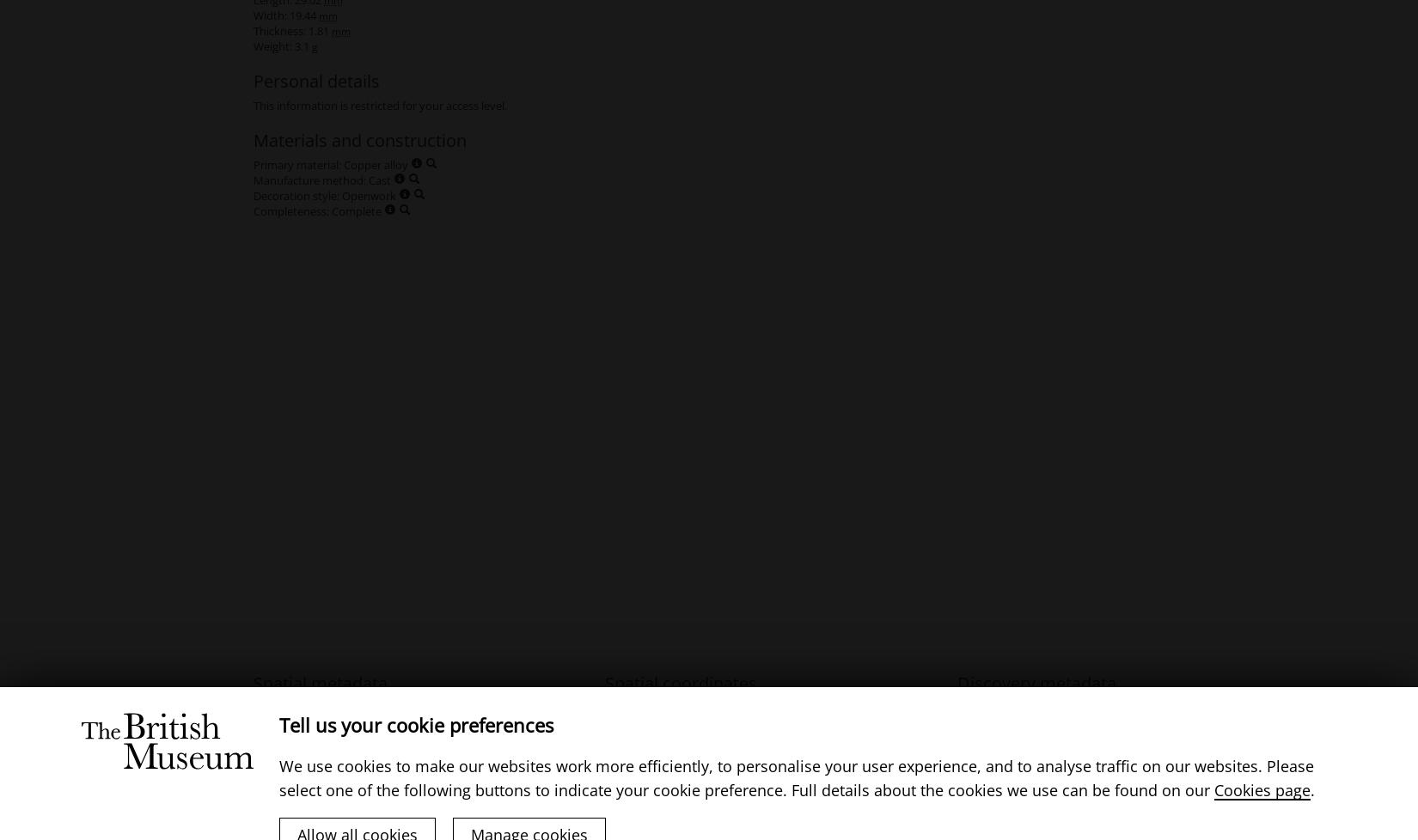 Image resolution: width=1418 pixels, height=840 pixels. Describe the element at coordinates (321, 682) in the screenshot. I see `'Spatial metadata'` at that location.